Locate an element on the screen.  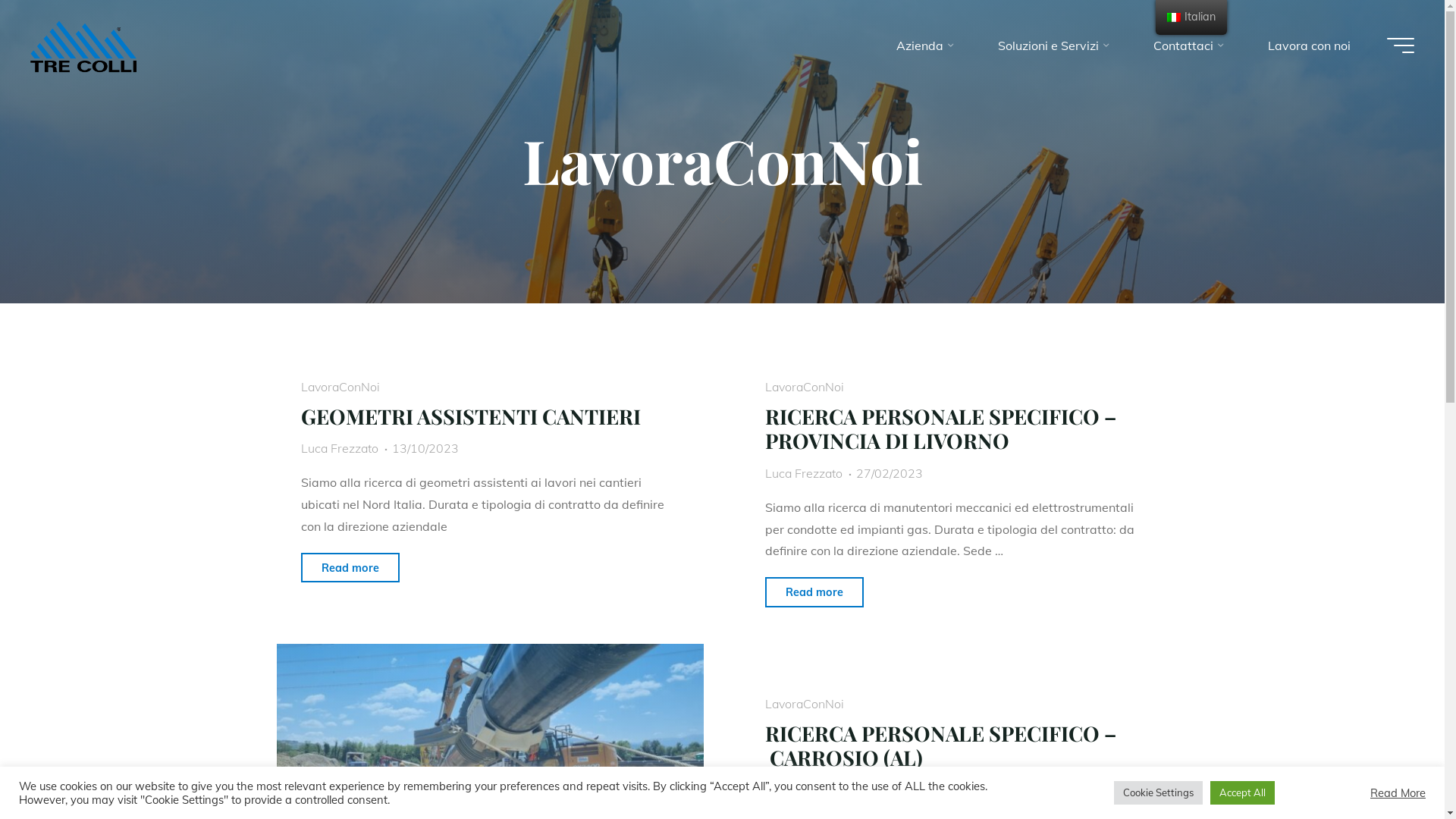
'Read more is located at coordinates (349, 567).